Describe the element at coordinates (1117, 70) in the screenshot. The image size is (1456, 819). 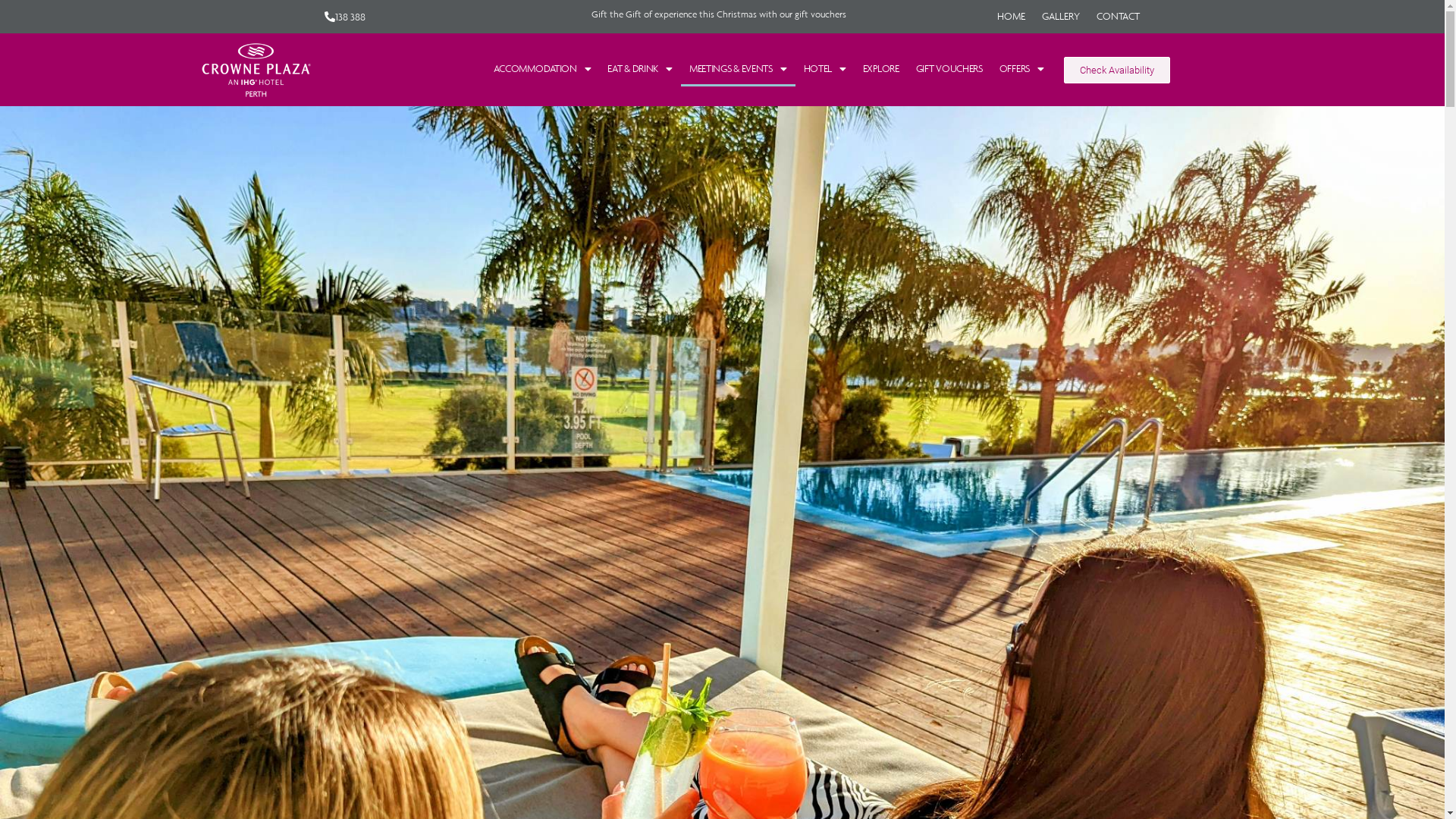
I see `'Check Availability'` at that location.